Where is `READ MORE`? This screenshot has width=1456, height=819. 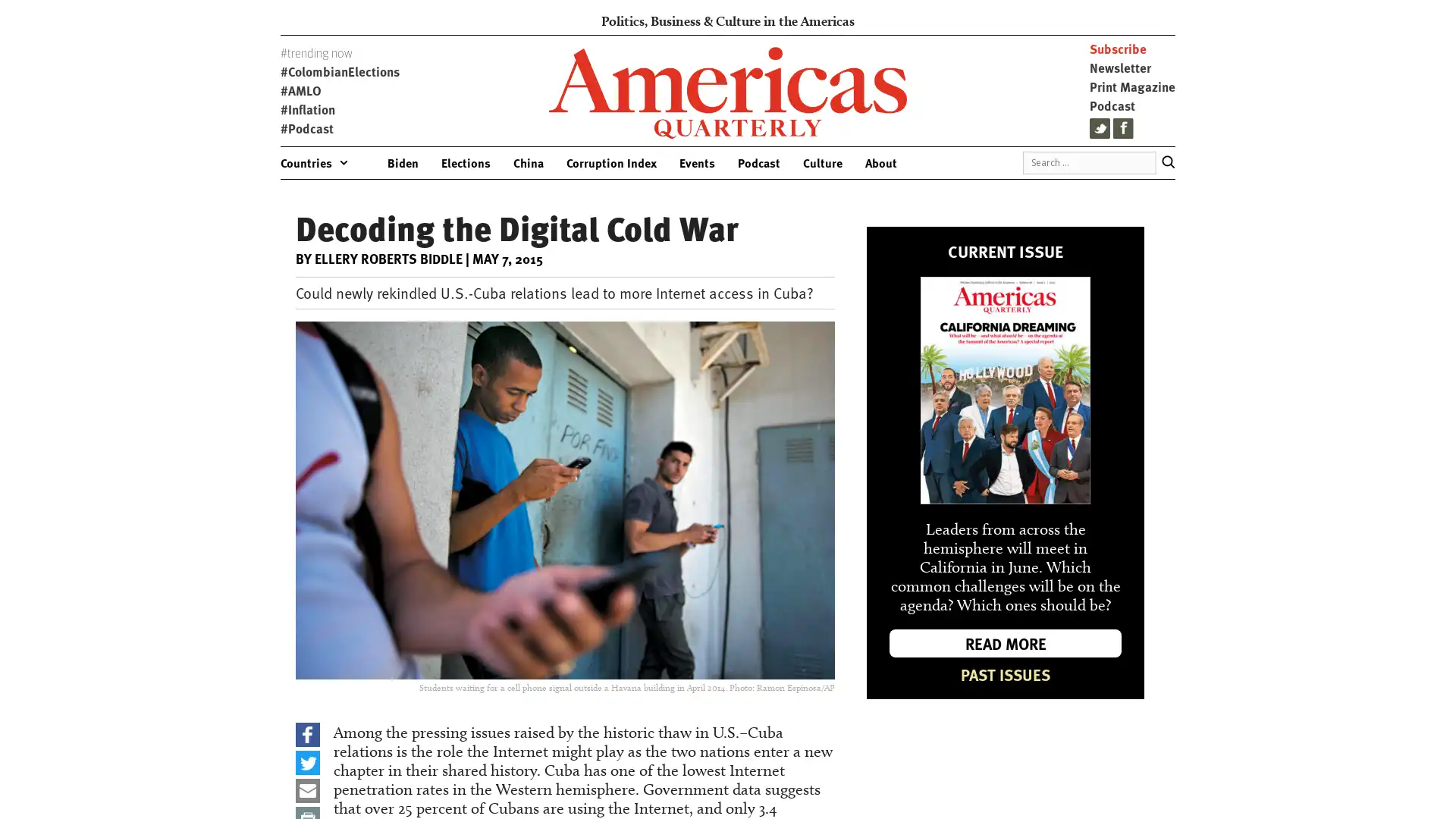
READ MORE is located at coordinates (1005, 643).